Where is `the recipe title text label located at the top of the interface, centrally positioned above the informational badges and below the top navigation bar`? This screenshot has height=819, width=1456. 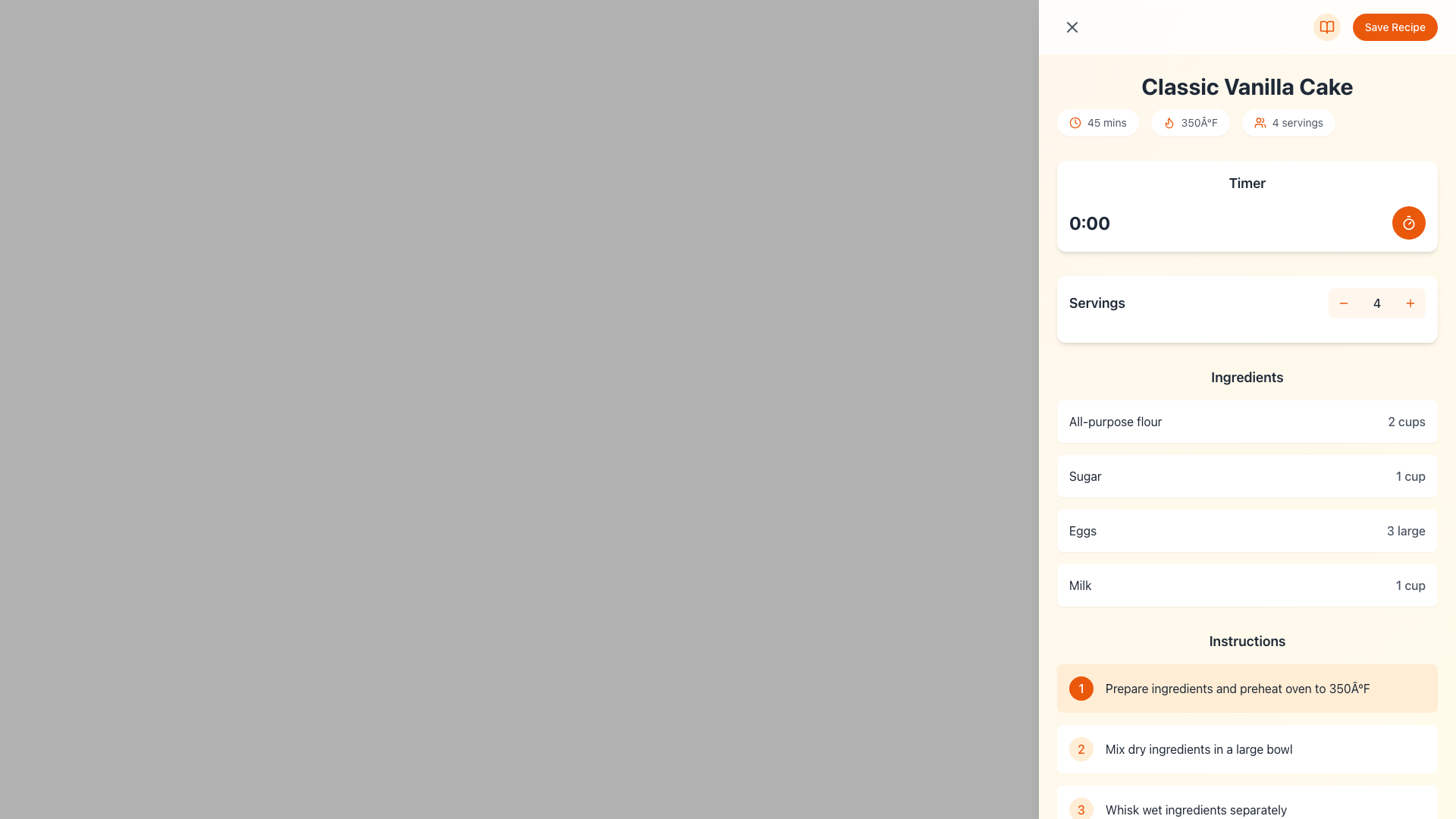 the recipe title text label located at the top of the interface, centrally positioned above the informational badges and below the top navigation bar is located at coordinates (1247, 86).